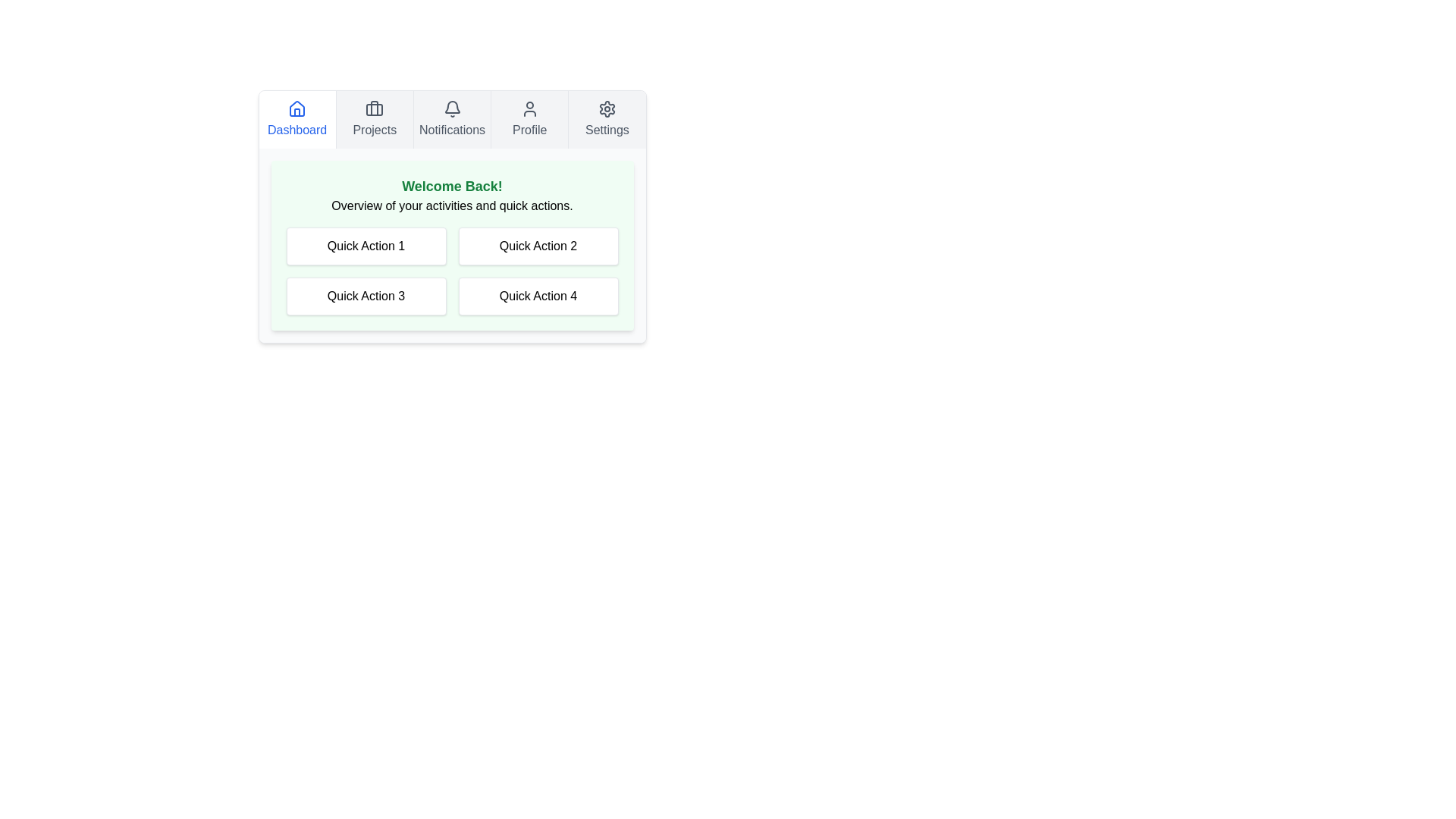 The width and height of the screenshot is (1456, 819). I want to click on the 'Quick Action 4' button, which is the last button in a 2x2 grid layout under the heading 'Overview of your activities and quick actions.', so click(538, 296).